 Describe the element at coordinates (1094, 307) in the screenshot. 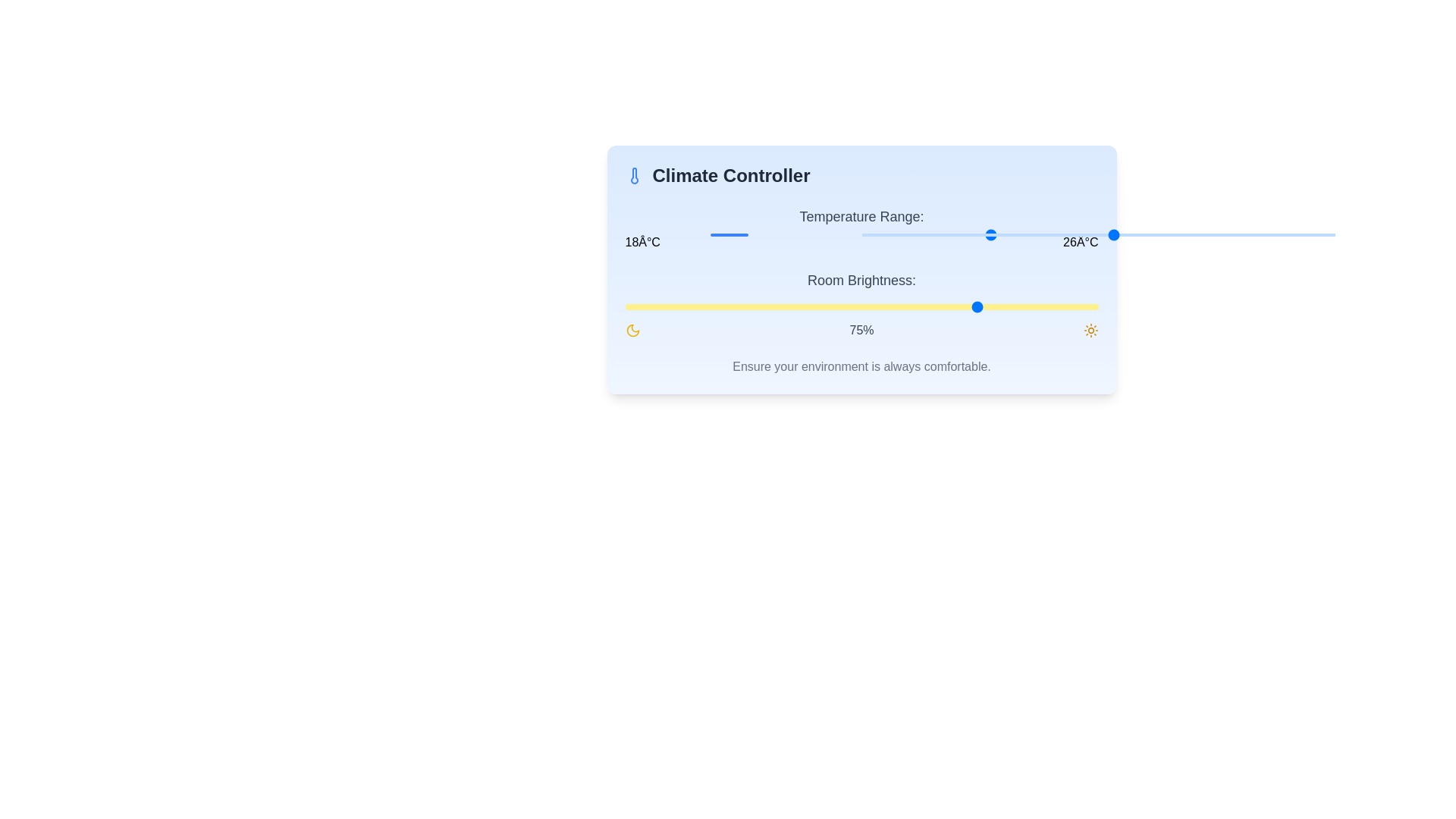

I see `the room brightness` at that location.